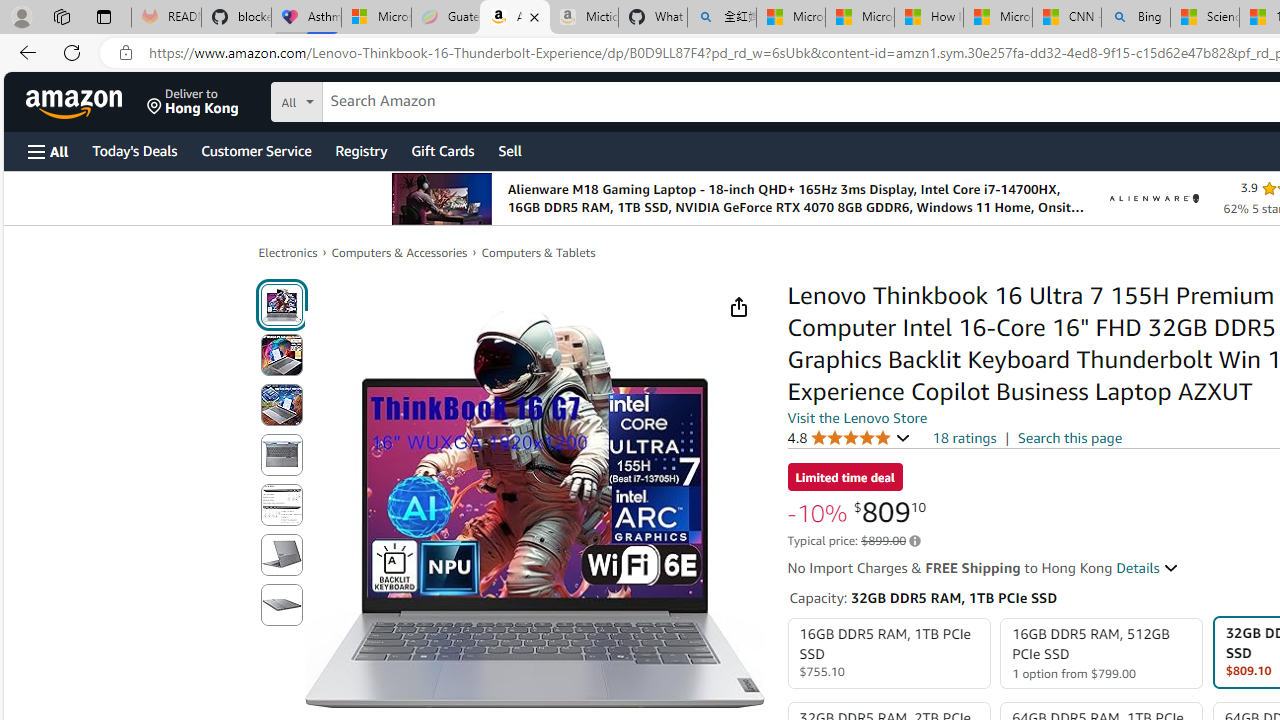 Image resolution: width=1280 pixels, height=720 pixels. Describe the element at coordinates (1069, 436) in the screenshot. I see `'Search this page'` at that location.